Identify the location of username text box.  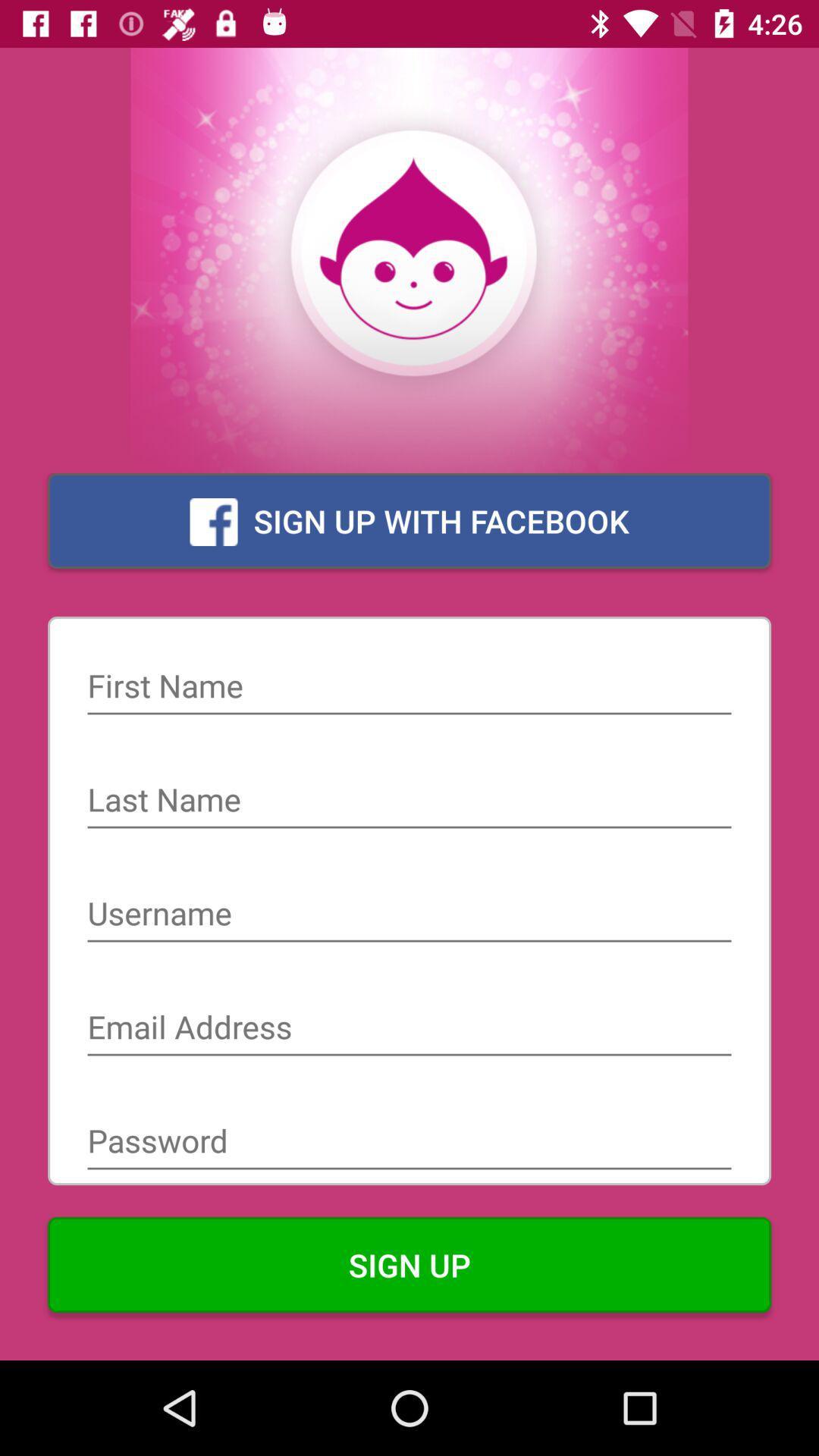
(409, 915).